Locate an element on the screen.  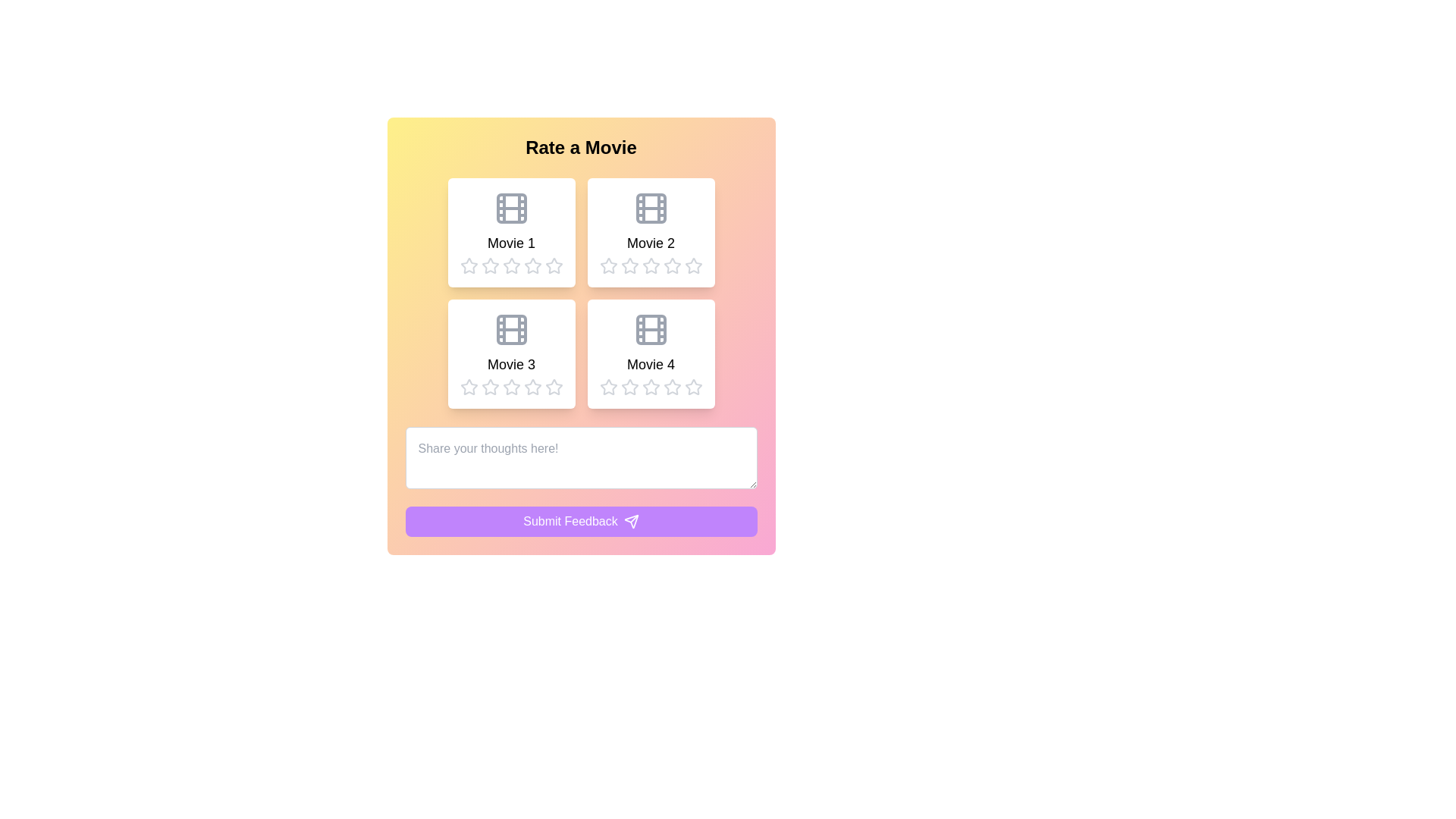
the fifth star-shaped icon in the rating section beneath the 'Movie 4' card to rate it is located at coordinates (692, 386).